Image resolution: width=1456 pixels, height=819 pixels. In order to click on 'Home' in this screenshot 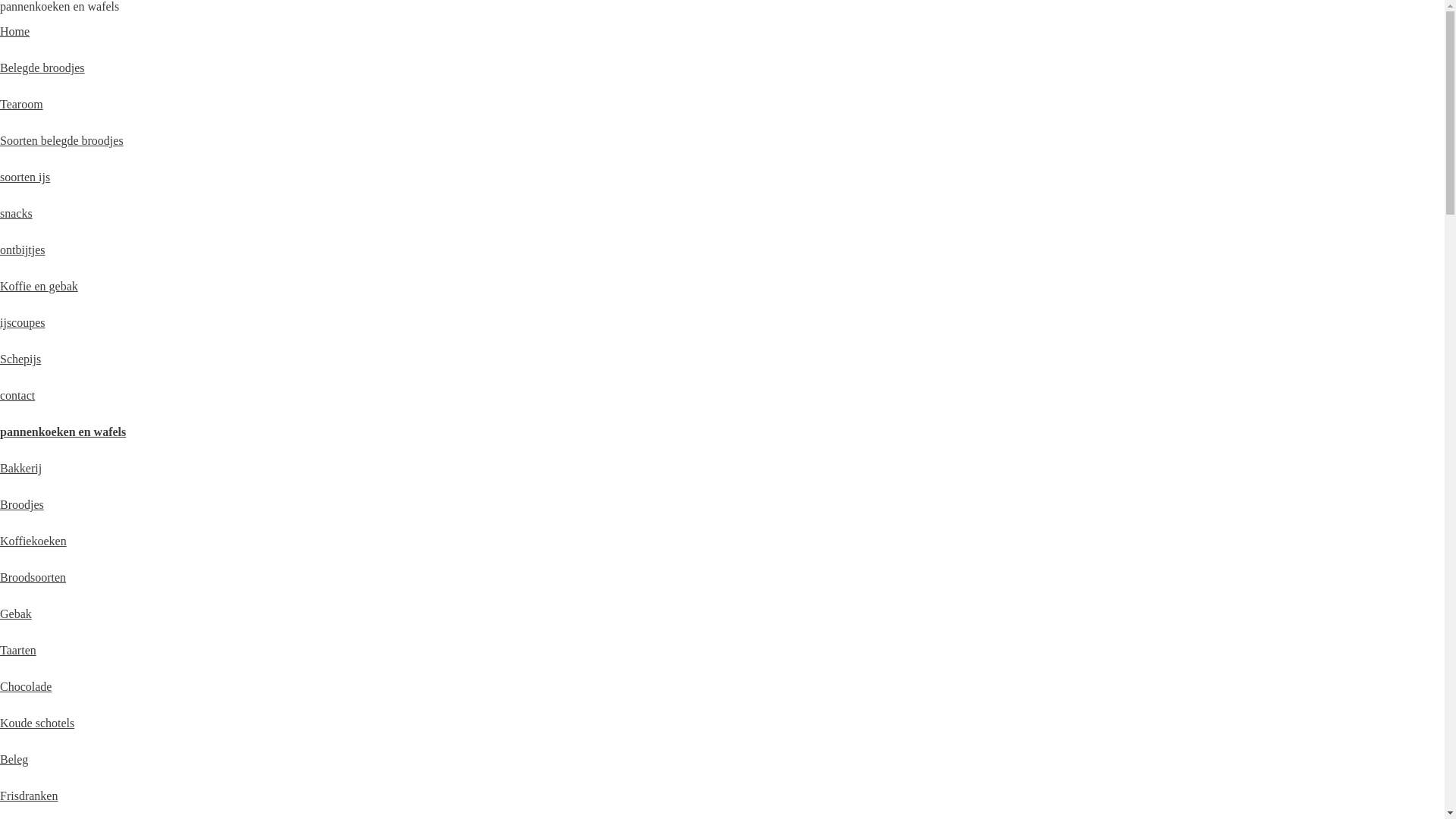, I will do `click(14, 31)`.